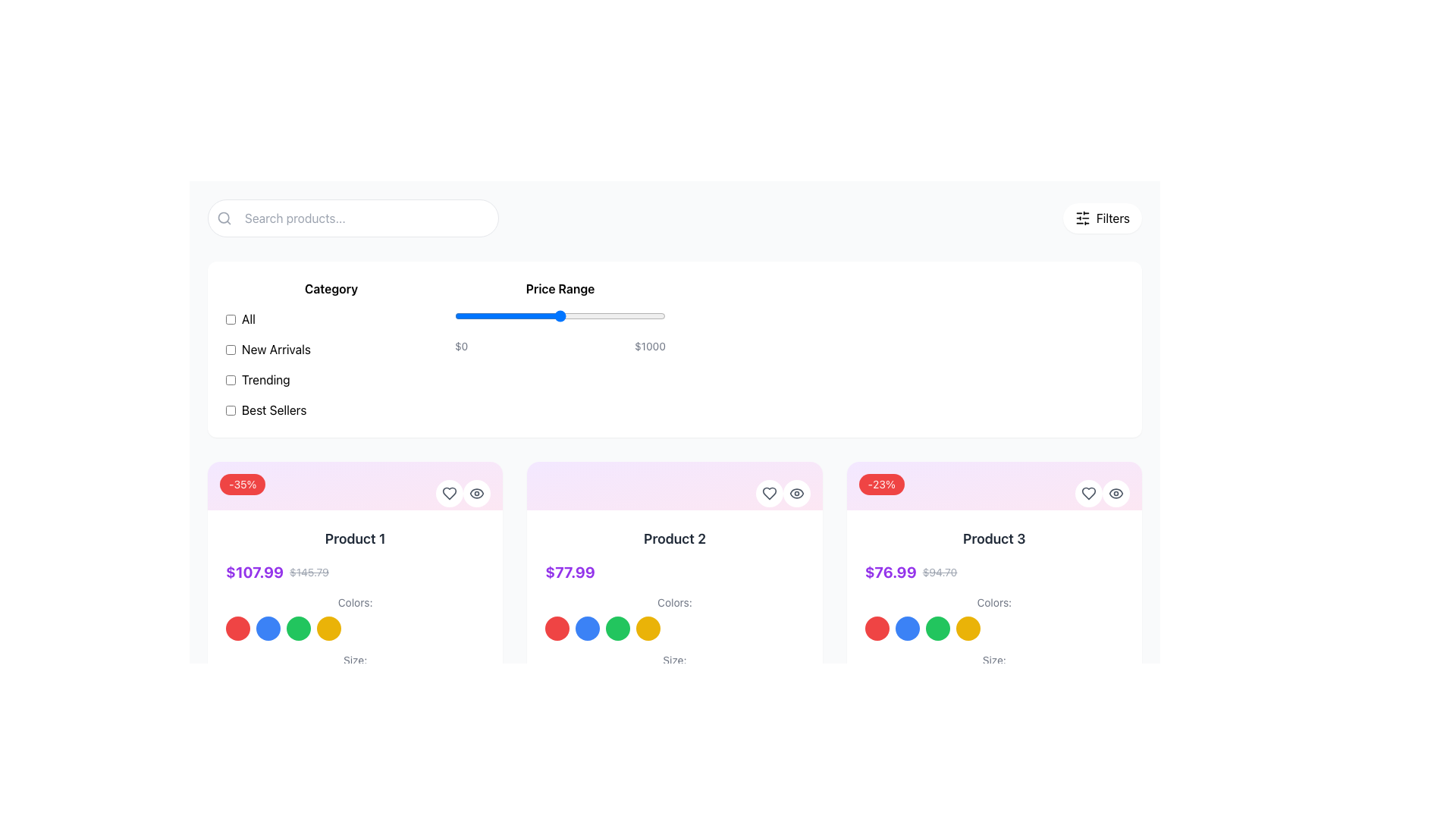 The image size is (1456, 819). Describe the element at coordinates (994, 660) in the screenshot. I see `the static text label displaying 'Size:' located below the color options of 'Product 3'` at that location.